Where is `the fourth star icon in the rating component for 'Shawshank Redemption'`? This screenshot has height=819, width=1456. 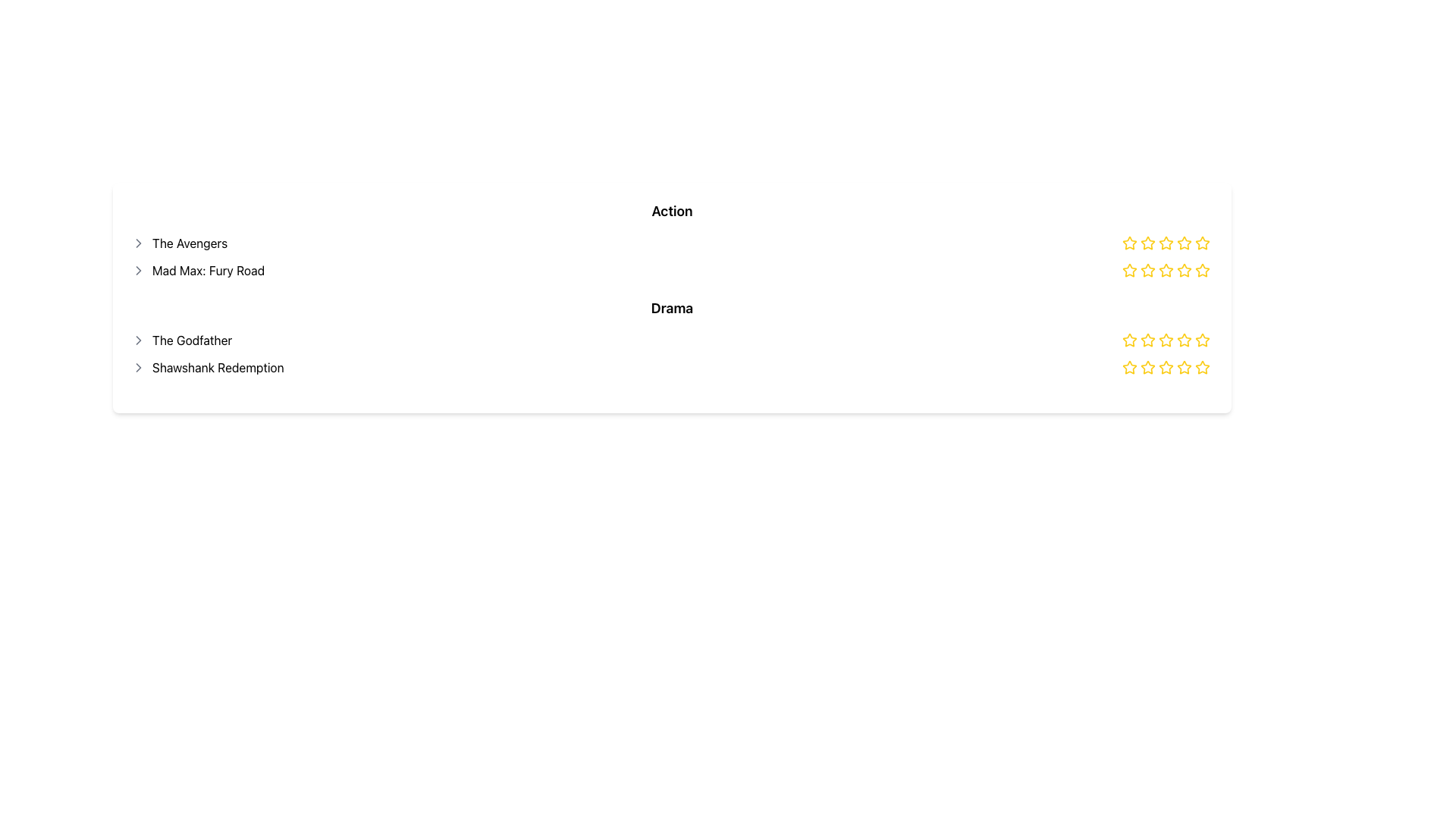 the fourth star icon in the rating component for 'Shawshank Redemption' is located at coordinates (1165, 339).